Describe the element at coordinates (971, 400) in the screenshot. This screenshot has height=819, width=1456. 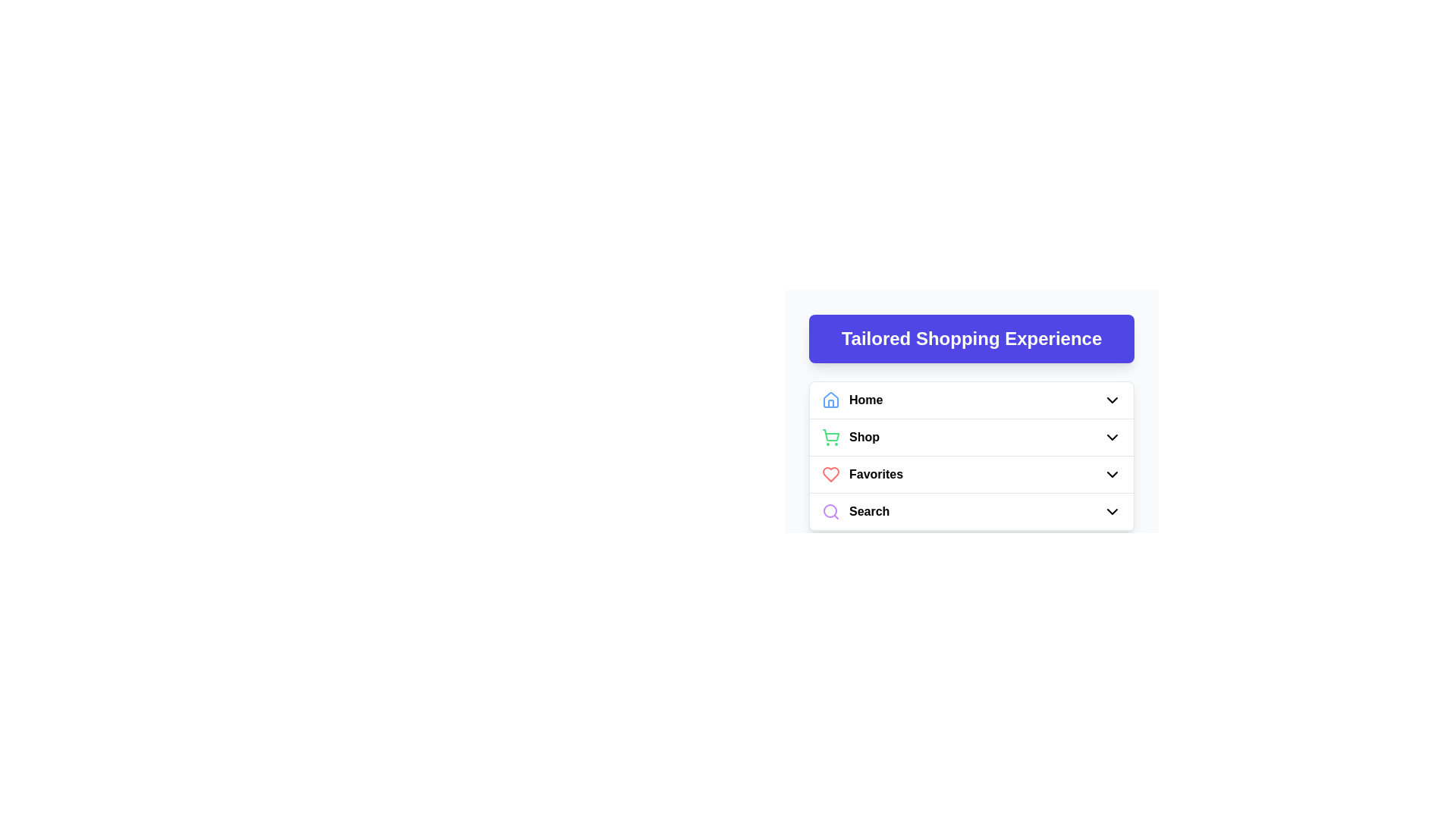
I see `the first list item labeled 'Home' under the 'Tailored Shopping Experience' section` at that location.